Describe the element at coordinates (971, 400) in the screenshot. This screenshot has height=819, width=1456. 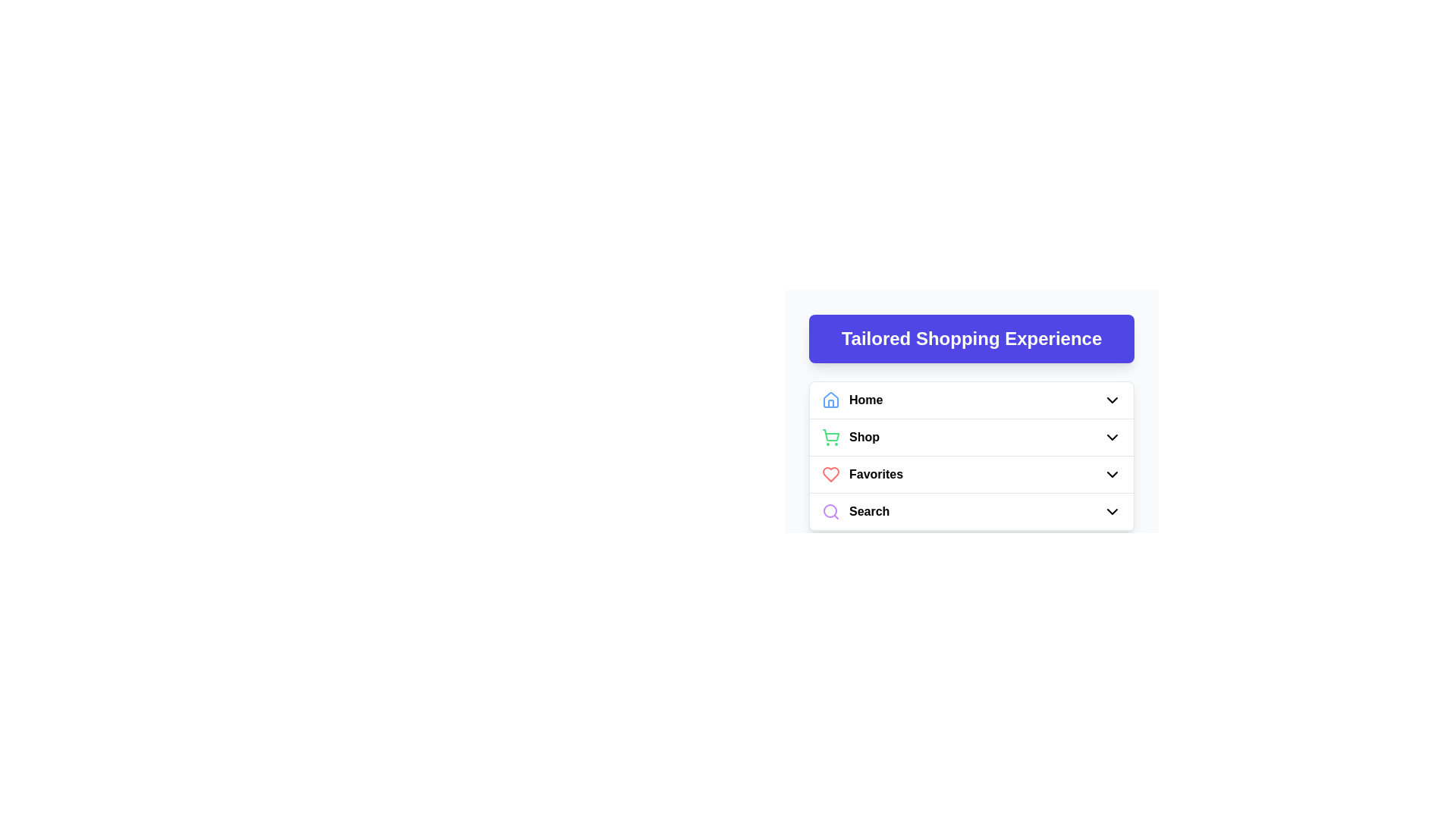
I see `the first list item labeled 'Home' under the 'Tailored Shopping Experience' section` at that location.